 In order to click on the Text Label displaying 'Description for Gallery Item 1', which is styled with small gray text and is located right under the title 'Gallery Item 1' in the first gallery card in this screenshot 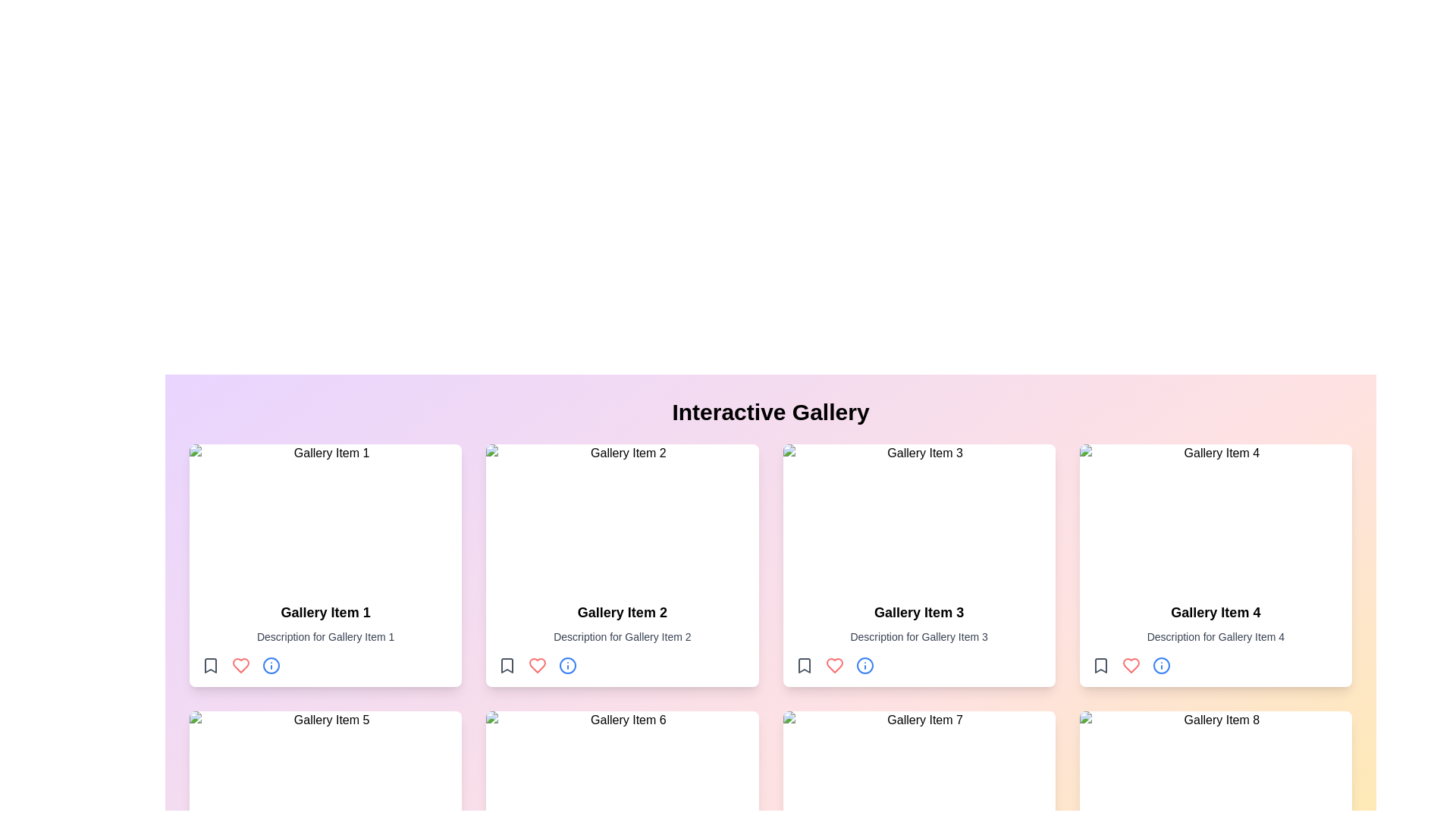, I will do `click(325, 637)`.